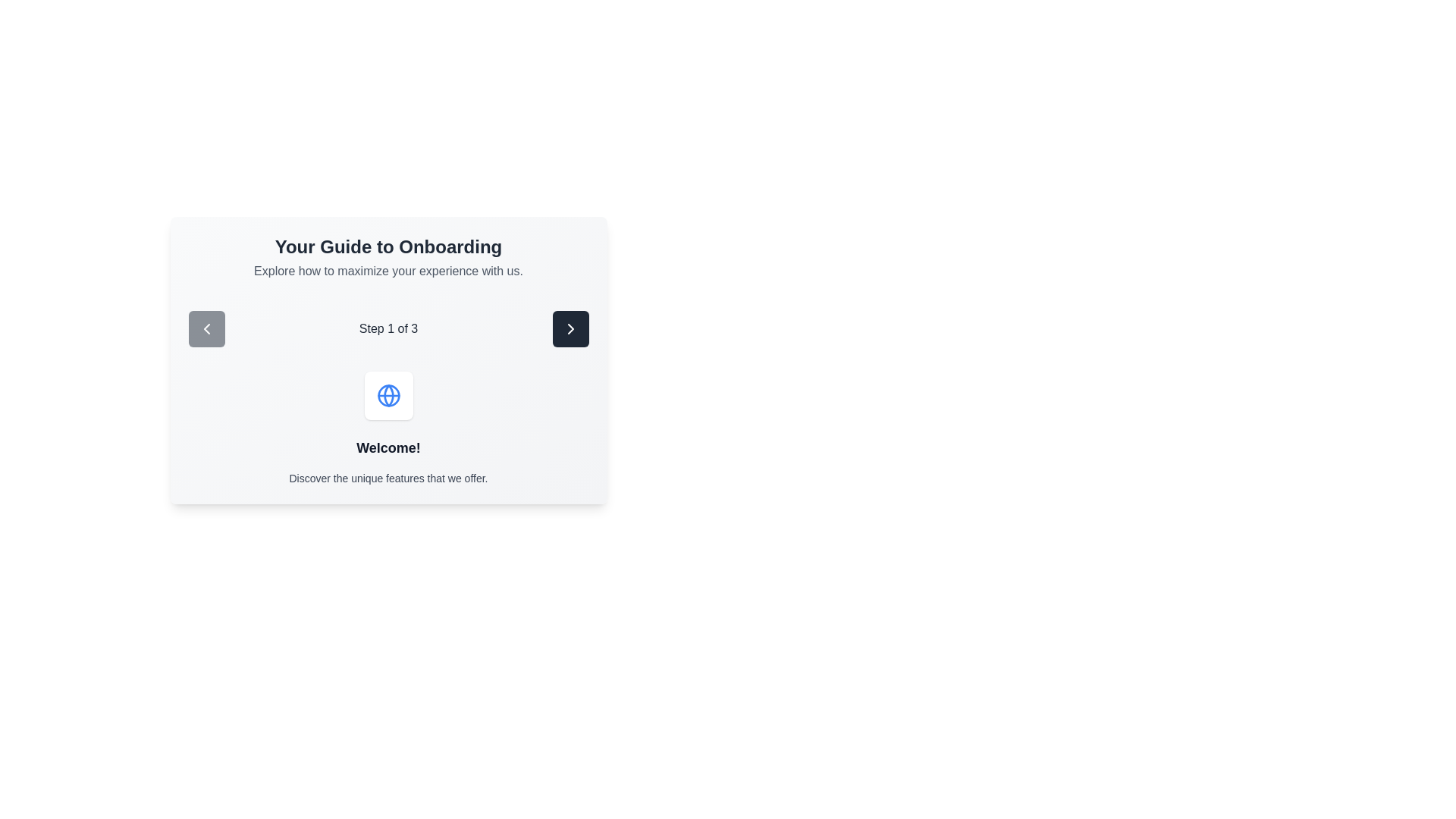 The image size is (1456, 819). Describe the element at coordinates (388, 328) in the screenshot. I see `the static text label displaying 'Step 1 of 3' which is centered within the layout of the top section of the page` at that location.